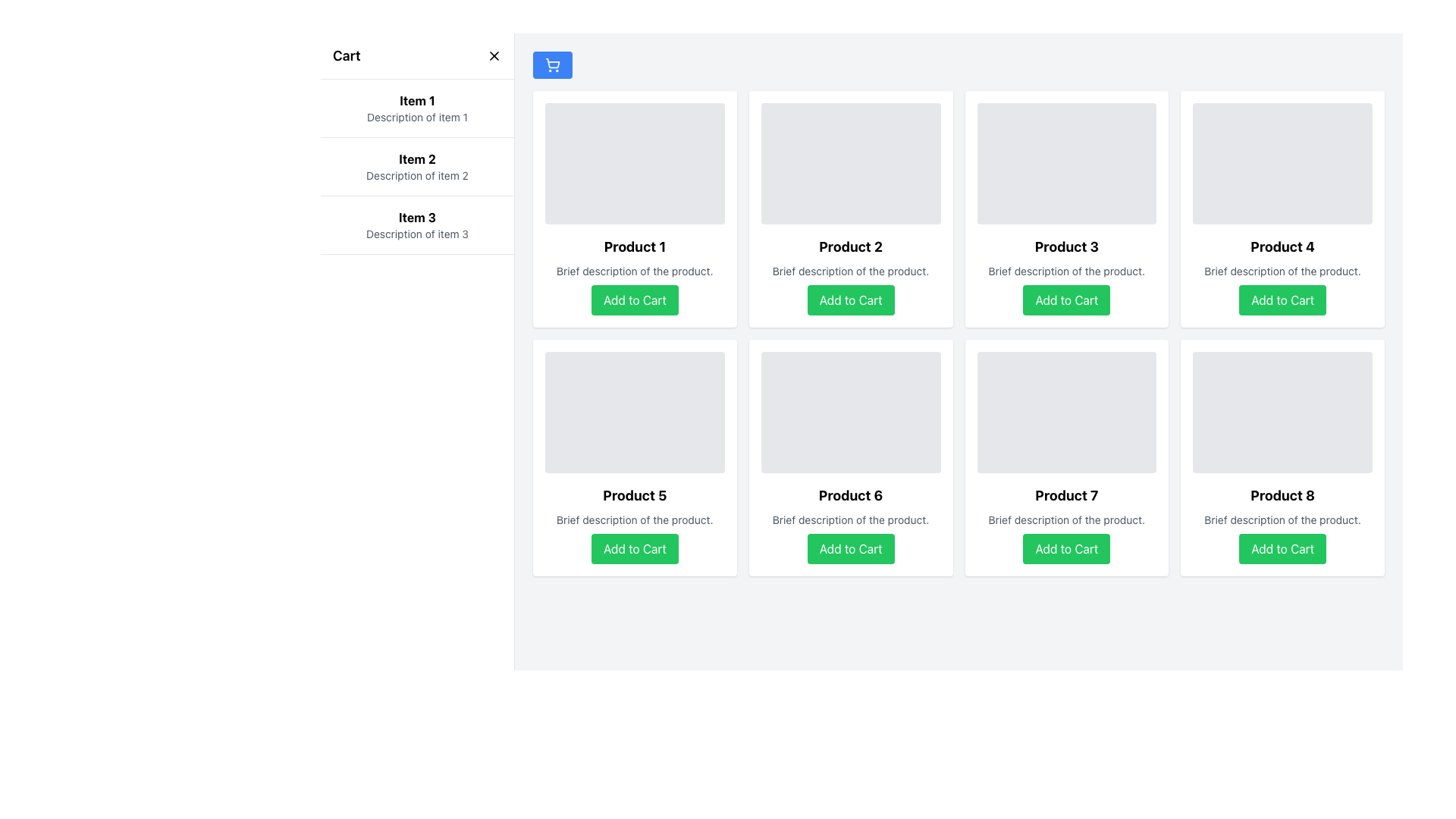 Image resolution: width=1456 pixels, height=819 pixels. Describe the element at coordinates (417, 167) in the screenshot. I see `the text entry element labeled 'Item 2' which is the second item in a vertical list, containing a bolded title and a description, positioned to the left side of the interface` at that location.